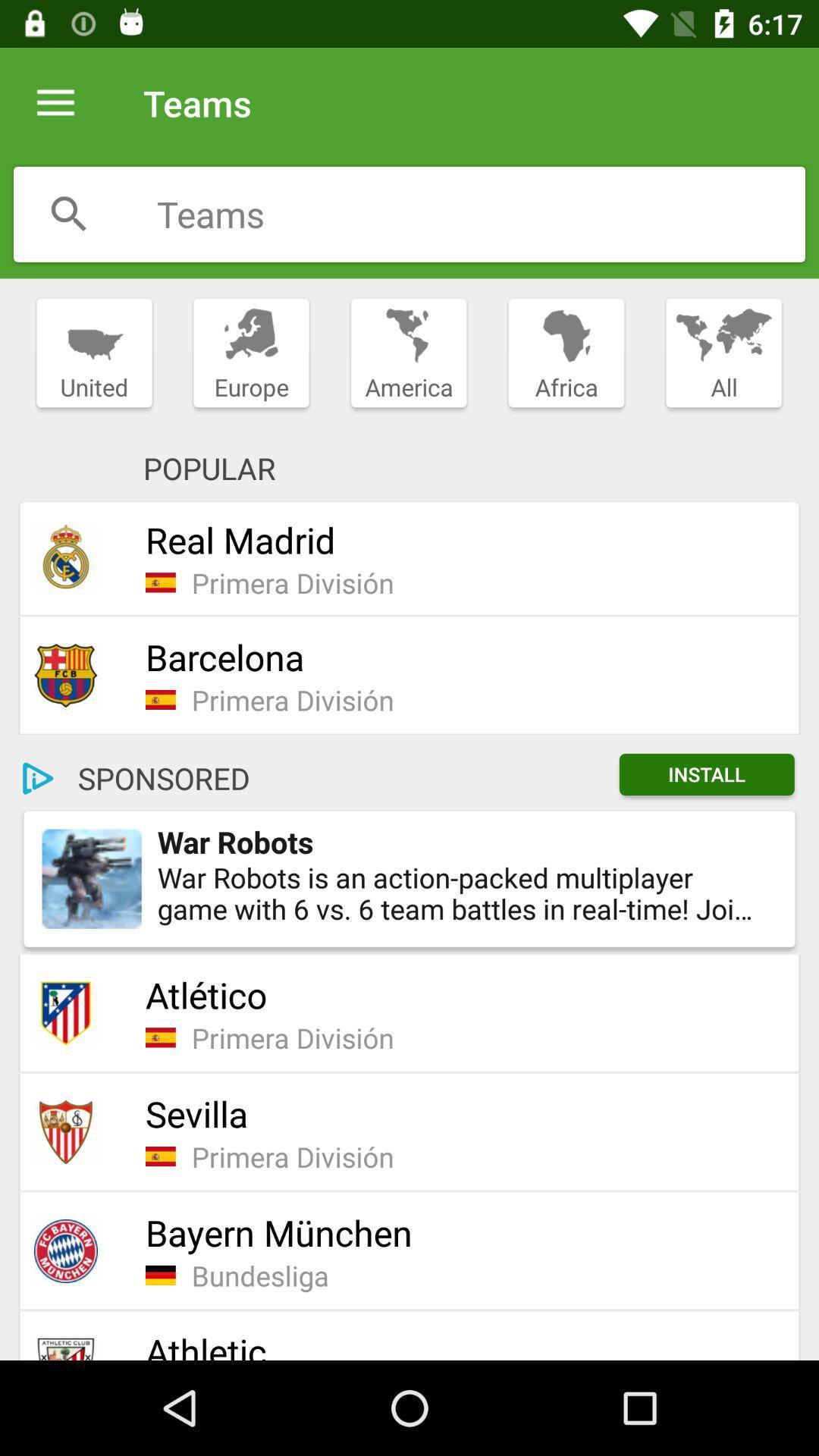 This screenshot has width=819, height=1456. Describe the element at coordinates (707, 774) in the screenshot. I see `the item next to sponsored` at that location.